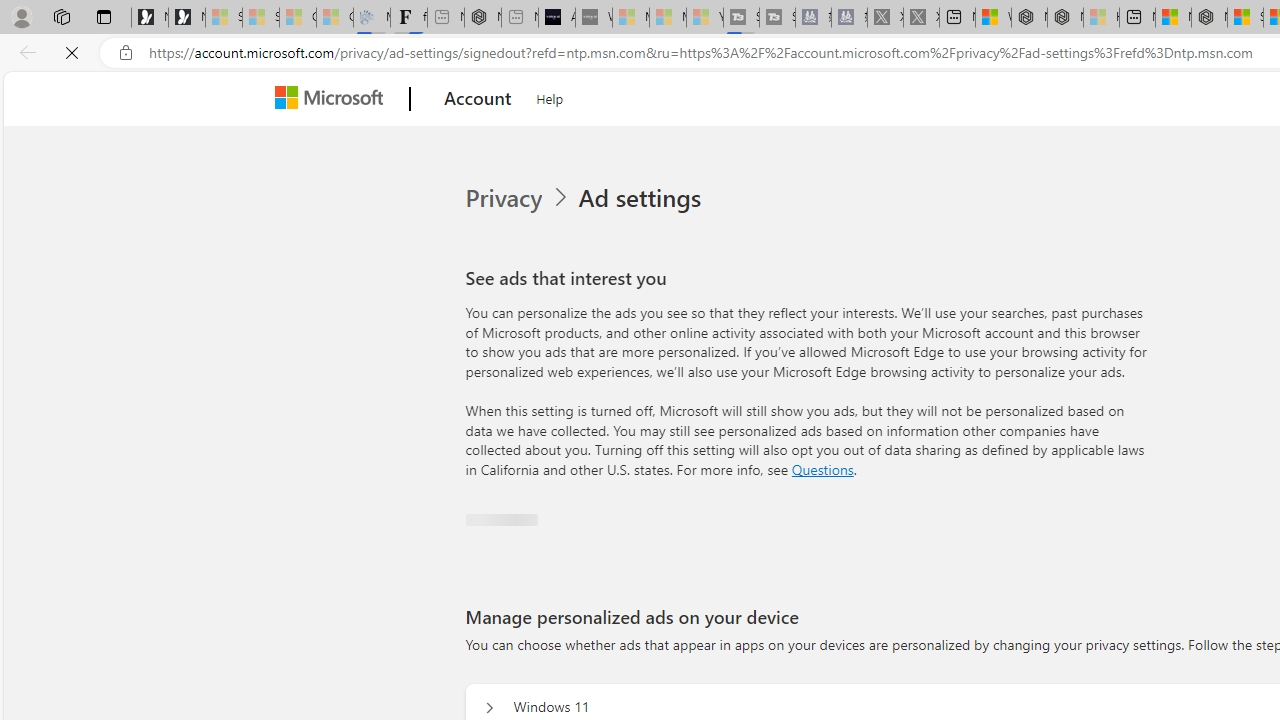 This screenshot has width=1280, height=720. What do you see at coordinates (592, 17) in the screenshot?
I see `'What'` at bounding box center [592, 17].